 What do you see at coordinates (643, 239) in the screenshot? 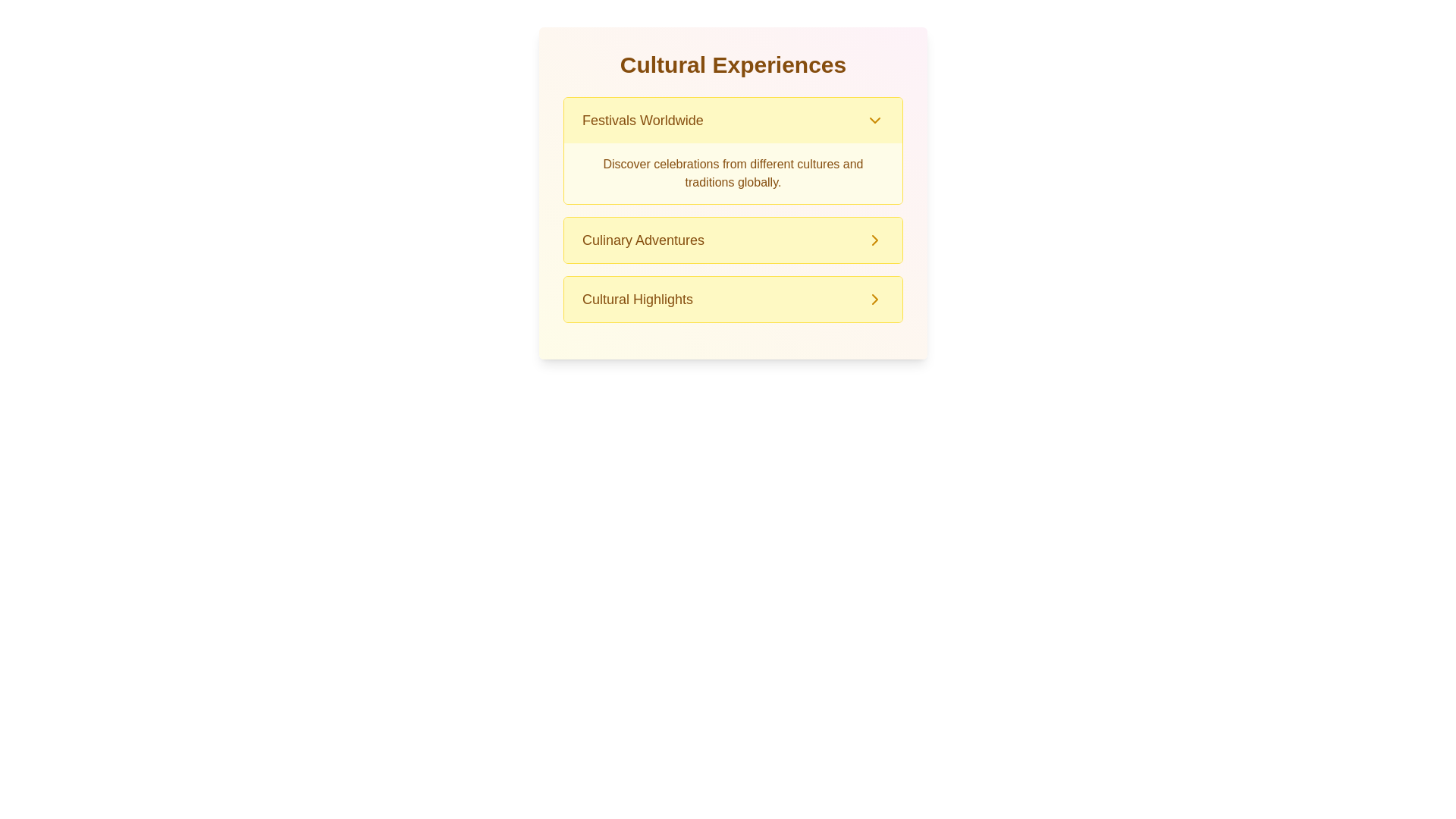
I see `static text component displaying the title 'Culinary Adventures' located within the yellow-highlighted menu option in the middle section of the card titled 'Cultural Experiences.'` at bounding box center [643, 239].